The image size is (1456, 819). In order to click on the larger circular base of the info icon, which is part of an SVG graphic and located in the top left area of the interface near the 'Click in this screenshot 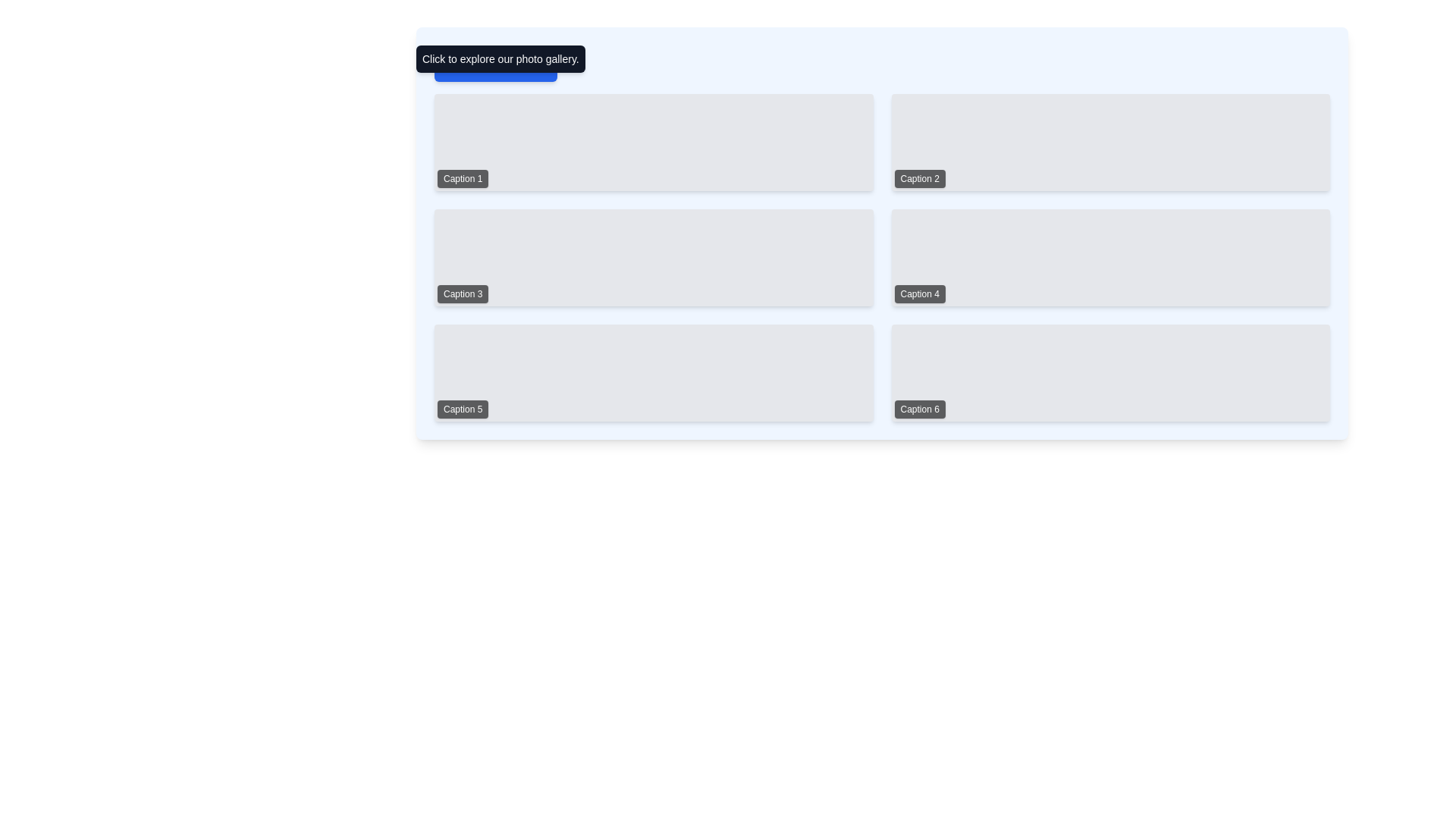, I will do `click(457, 63)`.